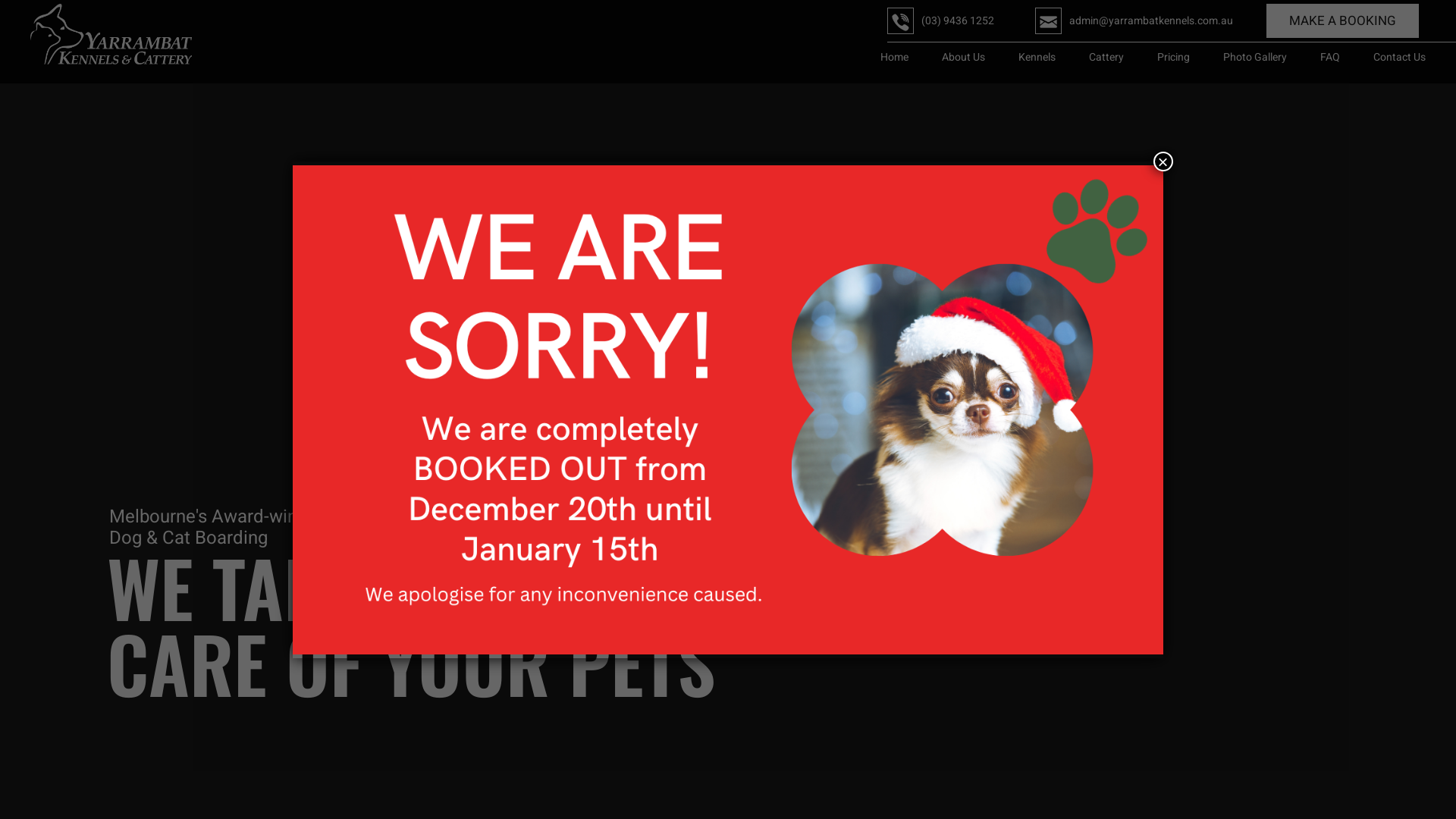 This screenshot has width=1456, height=819. What do you see at coordinates (941, 56) in the screenshot?
I see `'About Us'` at bounding box center [941, 56].